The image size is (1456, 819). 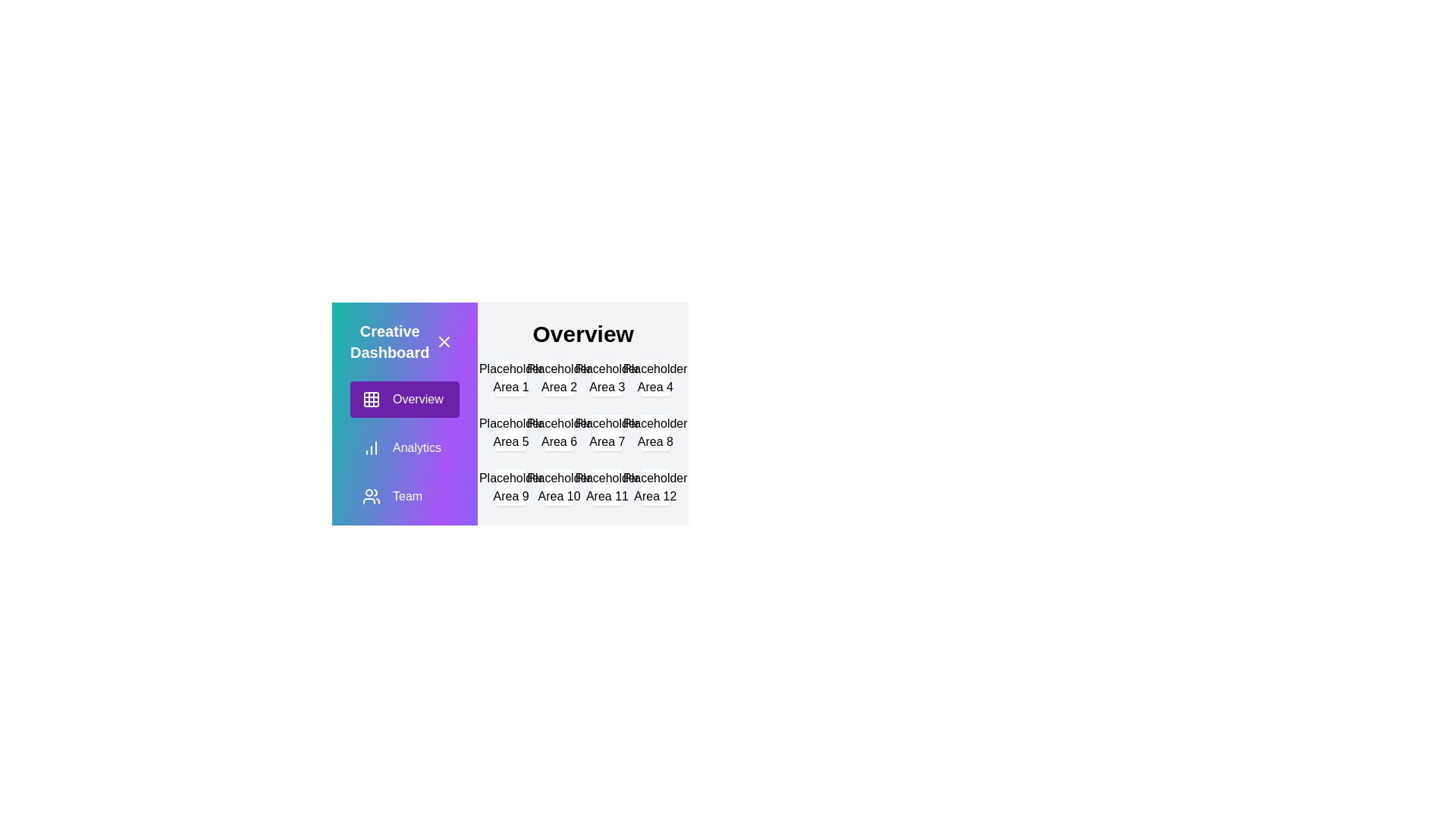 What do you see at coordinates (404, 399) in the screenshot?
I see `the Overview pane by clicking on its menu item` at bounding box center [404, 399].